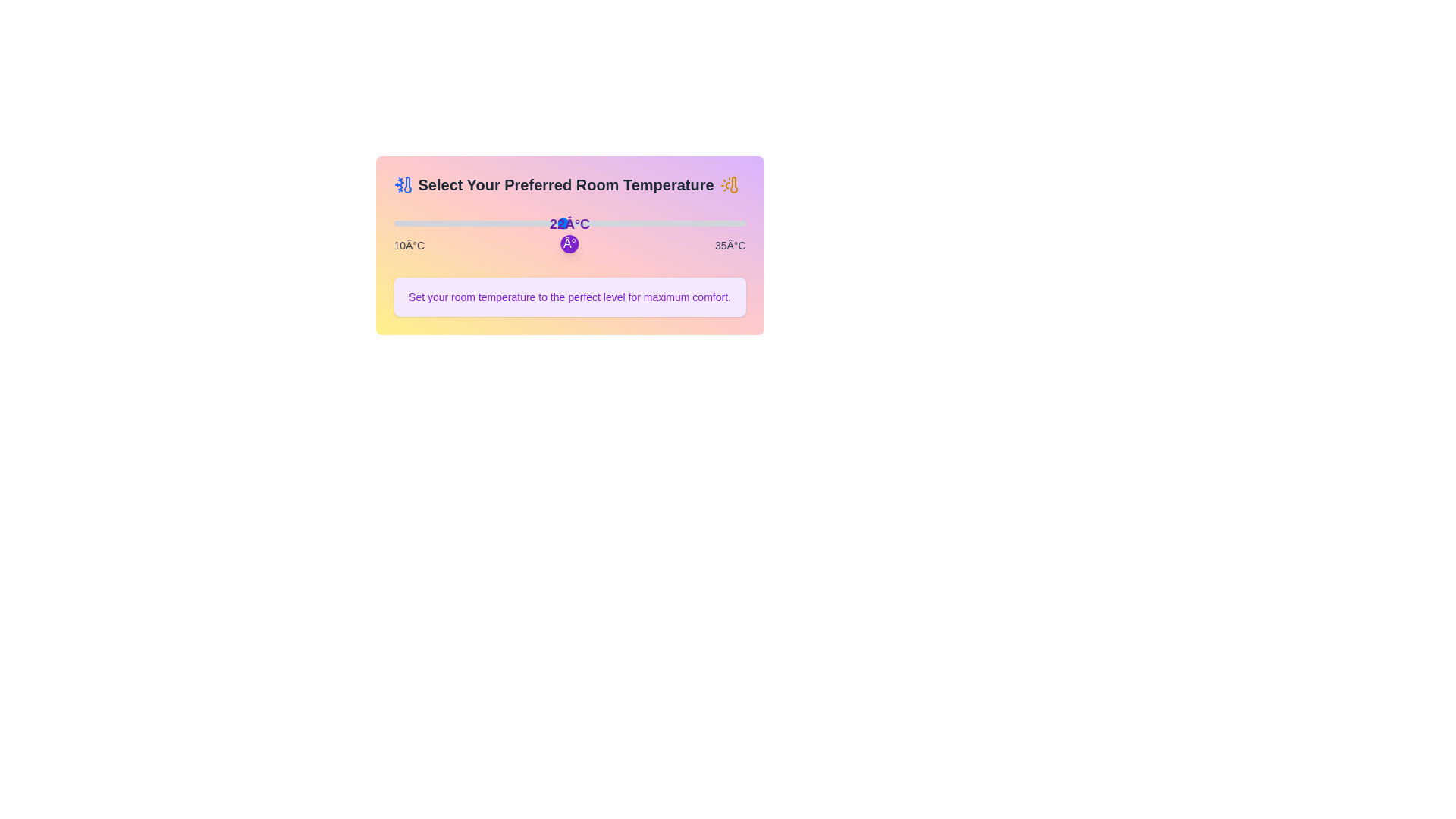 The height and width of the screenshot is (819, 1456). Describe the element at coordinates (647, 223) in the screenshot. I see `the temperature to 28°C by dragging the slider` at that location.